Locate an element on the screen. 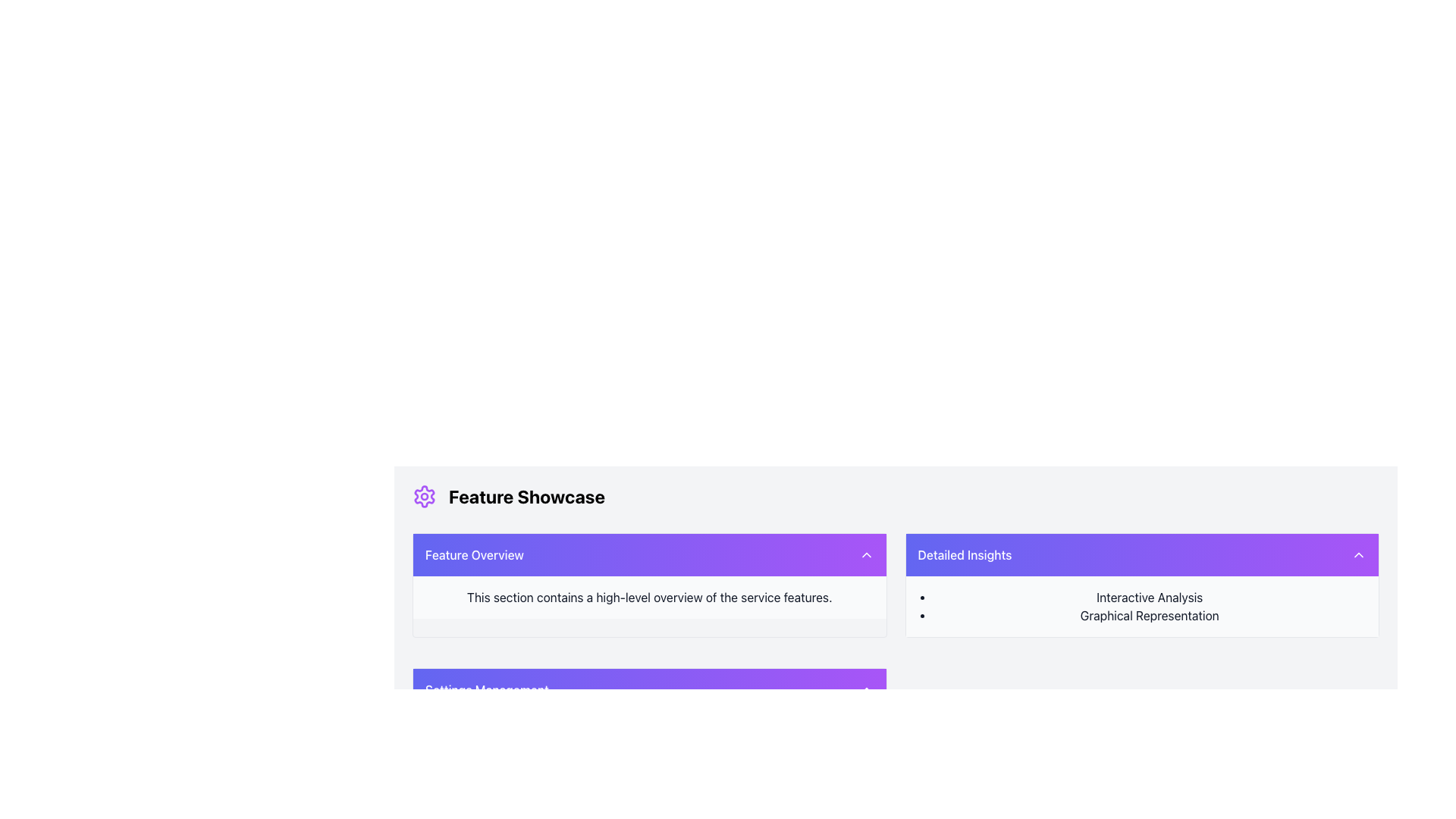  the gear-like vector graphic icon in the SVG is located at coordinates (425, 497).